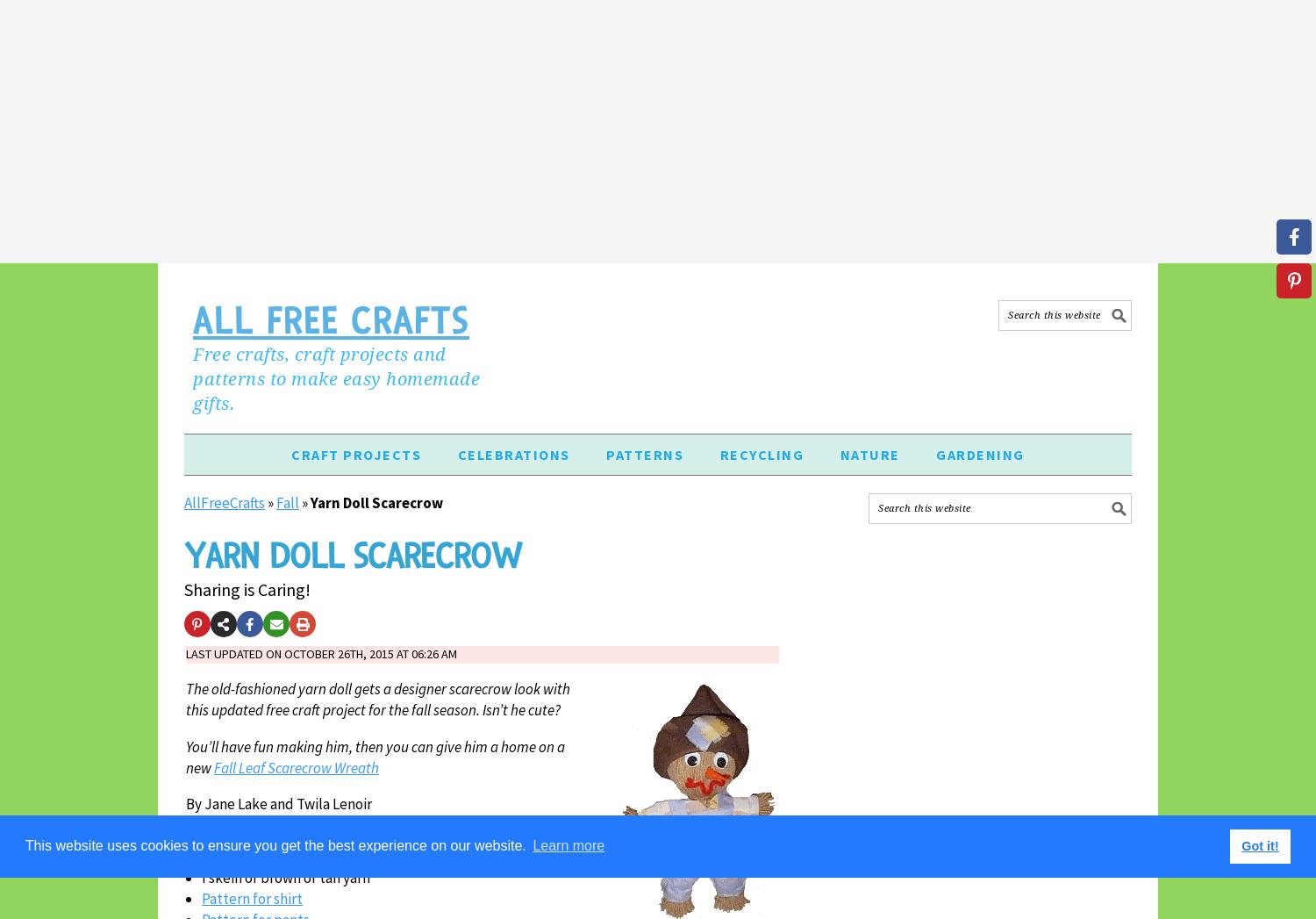 This screenshot has width=1316, height=919. Describe the element at coordinates (336, 378) in the screenshot. I see `'Free crafts, craft projects and patterns to make easy homemade gifts.'` at that location.